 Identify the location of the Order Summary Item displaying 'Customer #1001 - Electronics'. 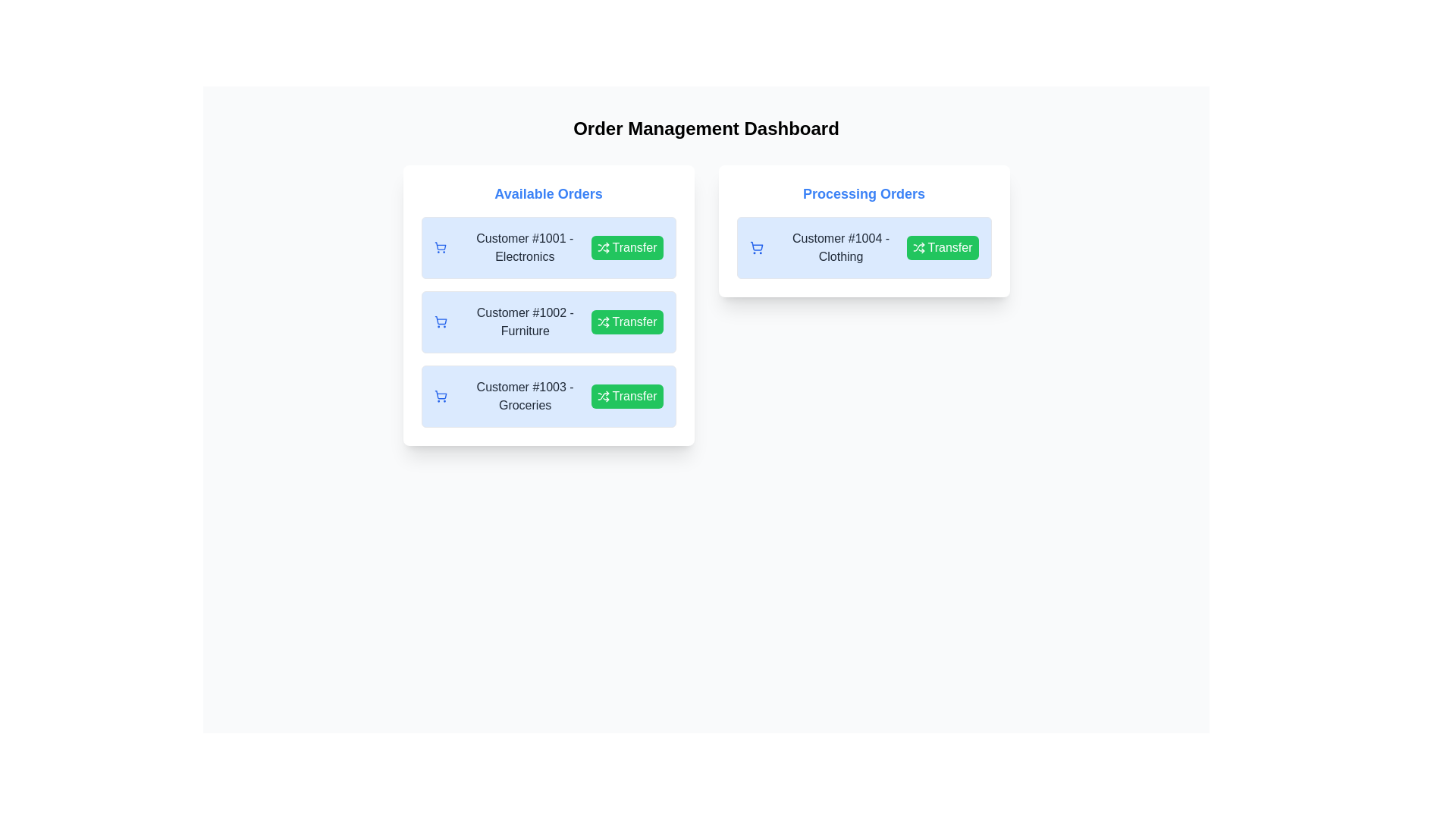
(548, 247).